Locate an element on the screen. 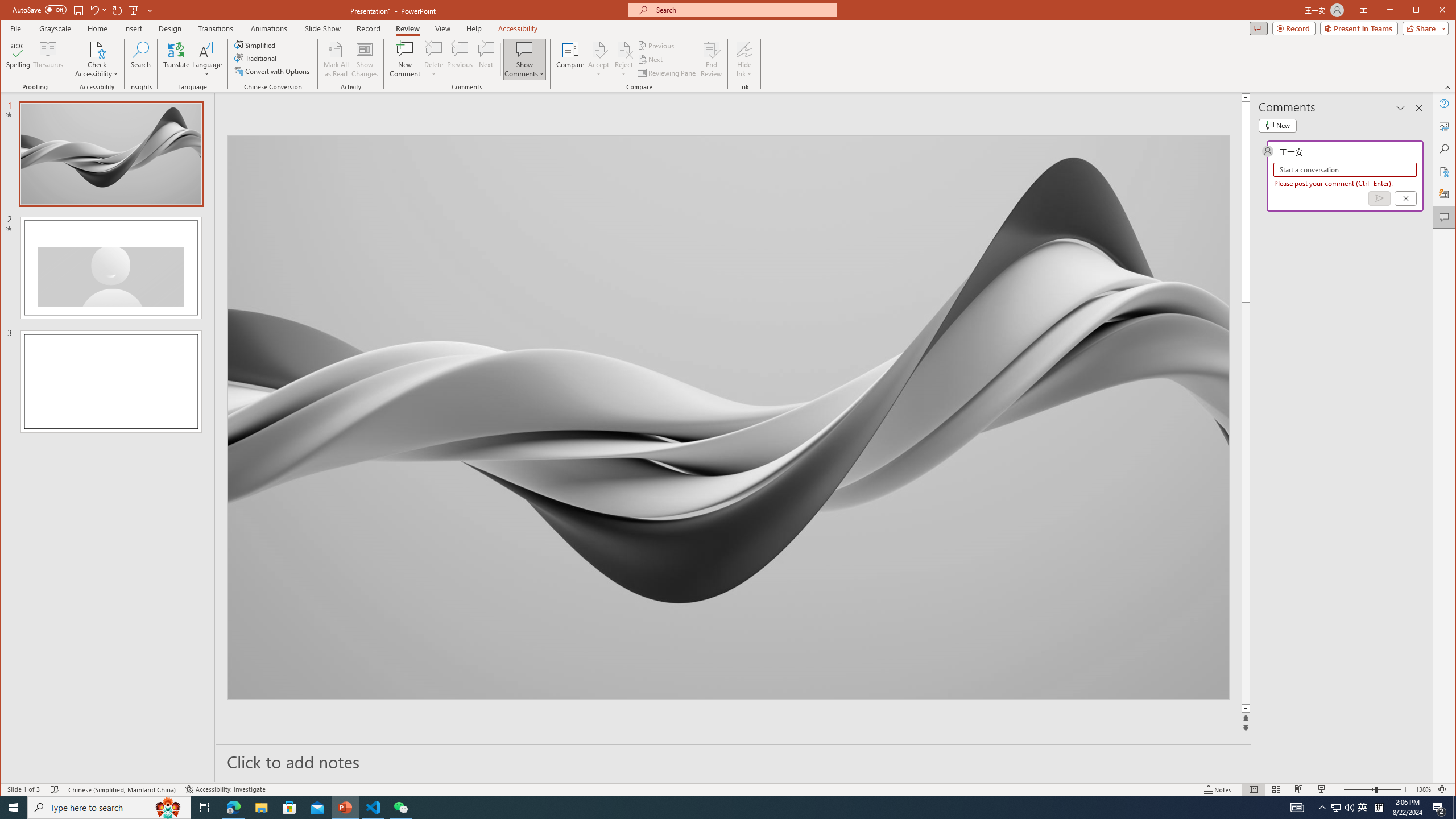 The height and width of the screenshot is (819, 1456). 'Grayscale' is located at coordinates (55, 28).